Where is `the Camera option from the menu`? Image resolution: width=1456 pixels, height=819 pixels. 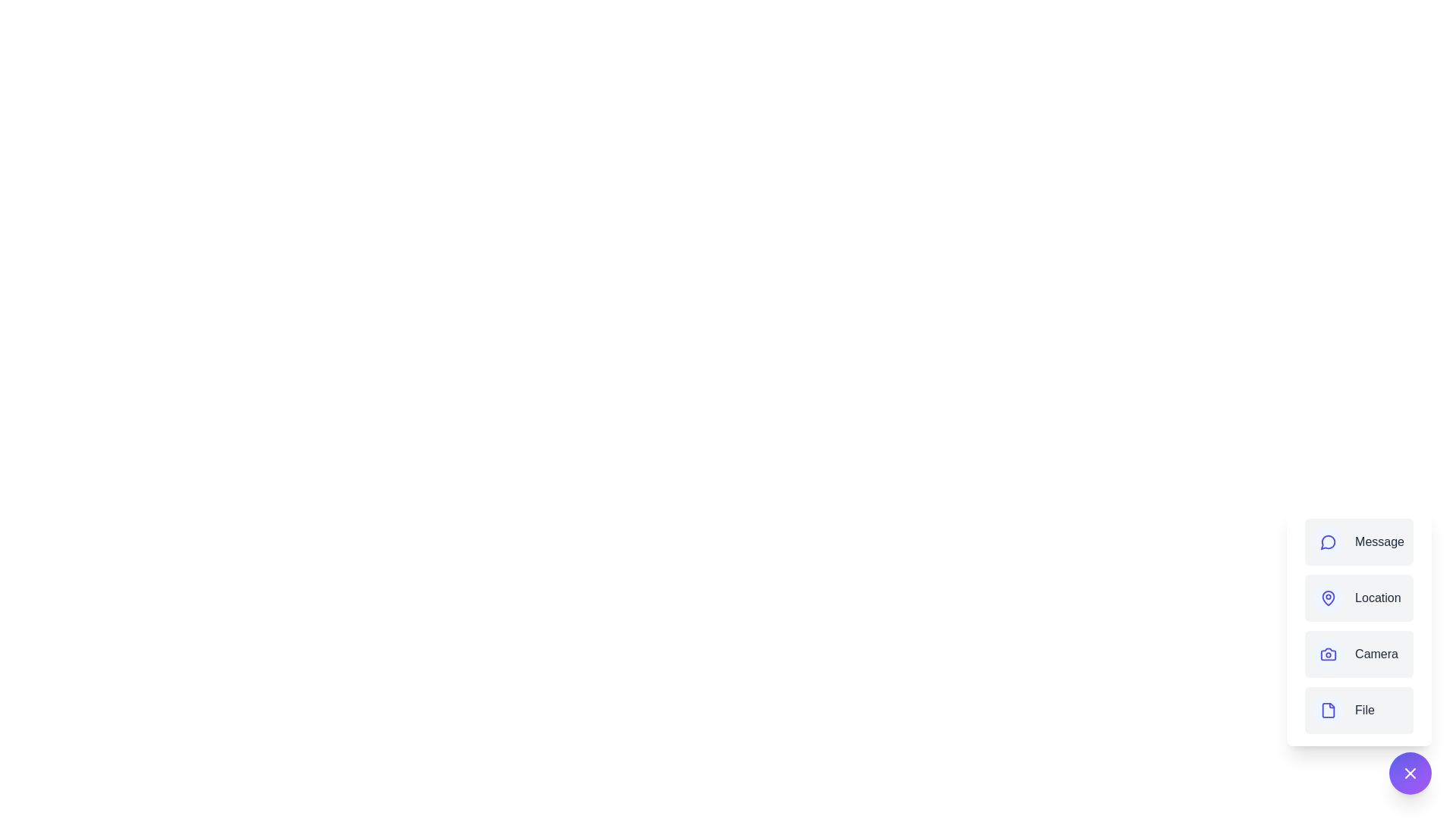
the Camera option from the menu is located at coordinates (1358, 654).